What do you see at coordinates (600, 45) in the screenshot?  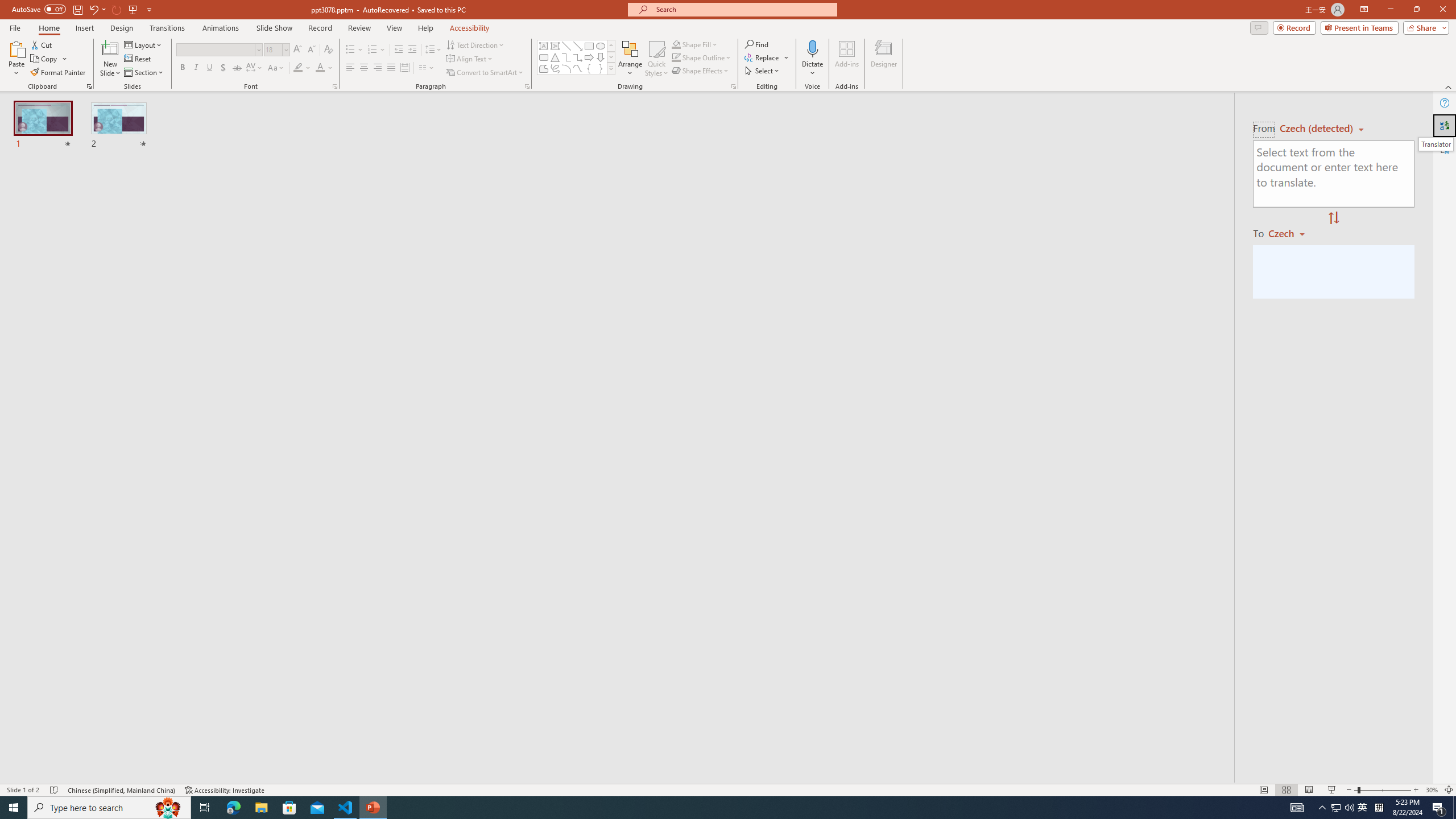 I see `'Oval'` at bounding box center [600, 45].